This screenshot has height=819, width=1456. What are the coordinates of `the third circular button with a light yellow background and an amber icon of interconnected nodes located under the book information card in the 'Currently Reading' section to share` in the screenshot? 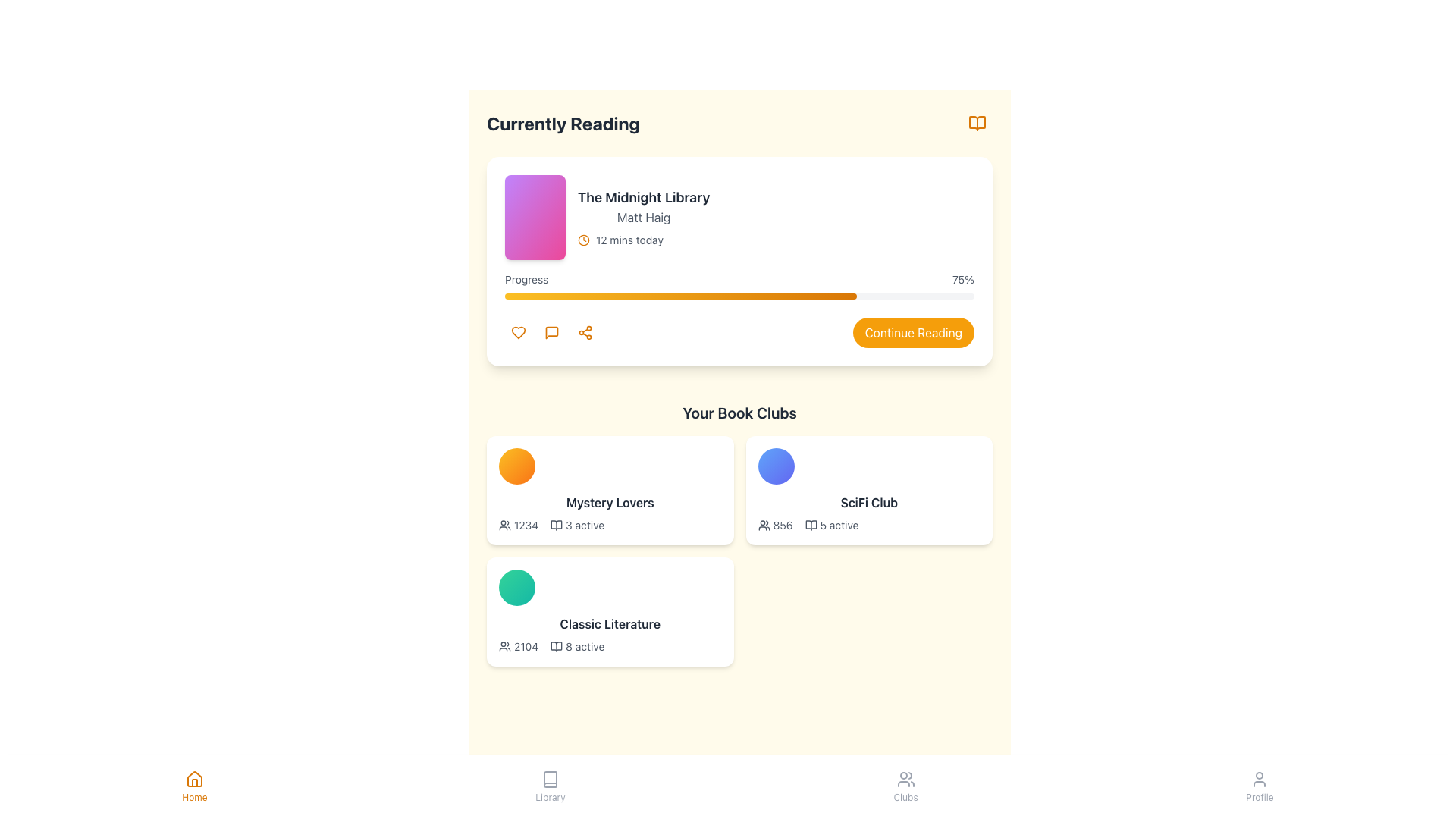 It's located at (585, 332).